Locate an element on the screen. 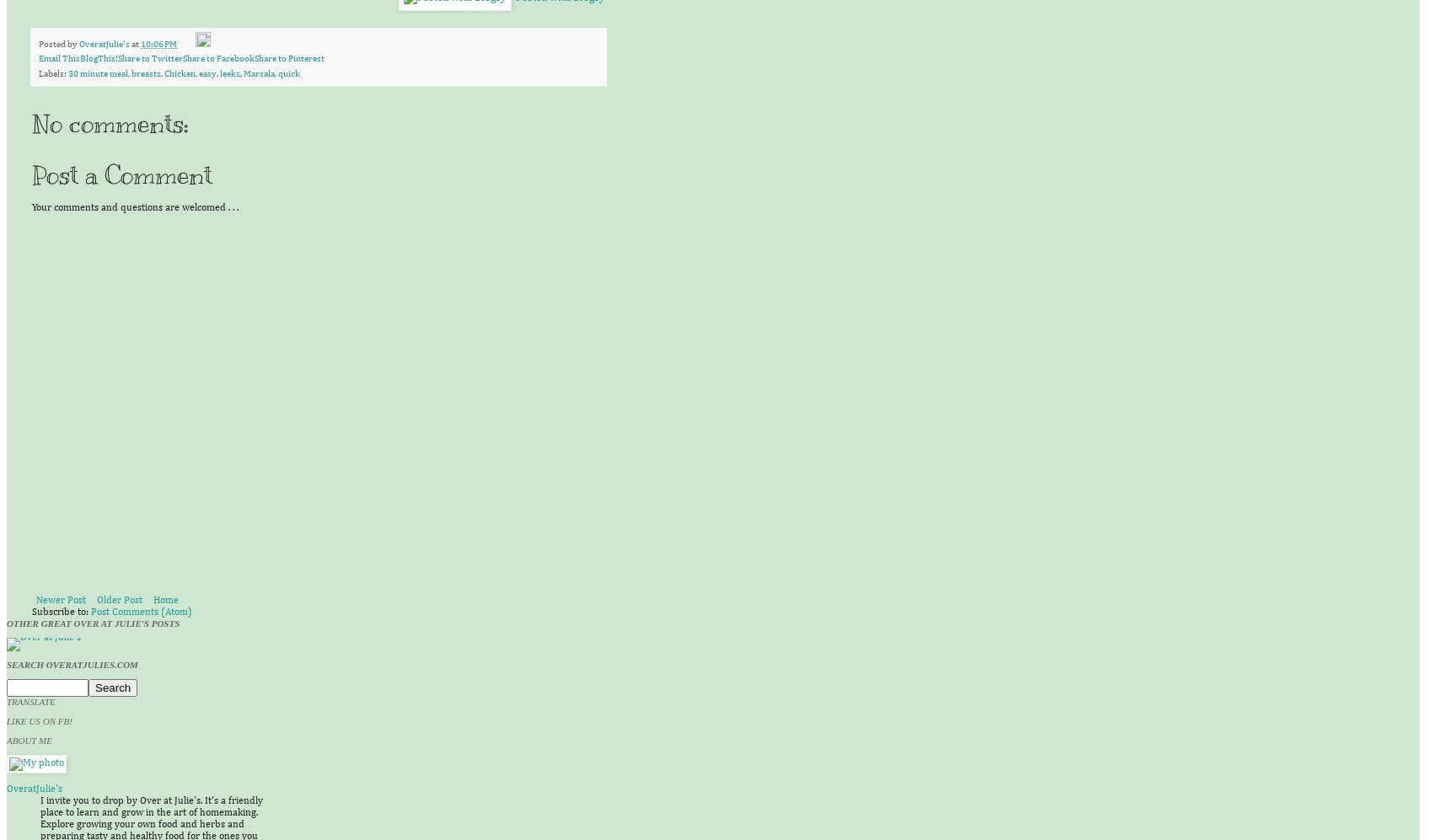 Image resolution: width=1433 pixels, height=840 pixels. 'Share to Twitter' is located at coordinates (149, 57).